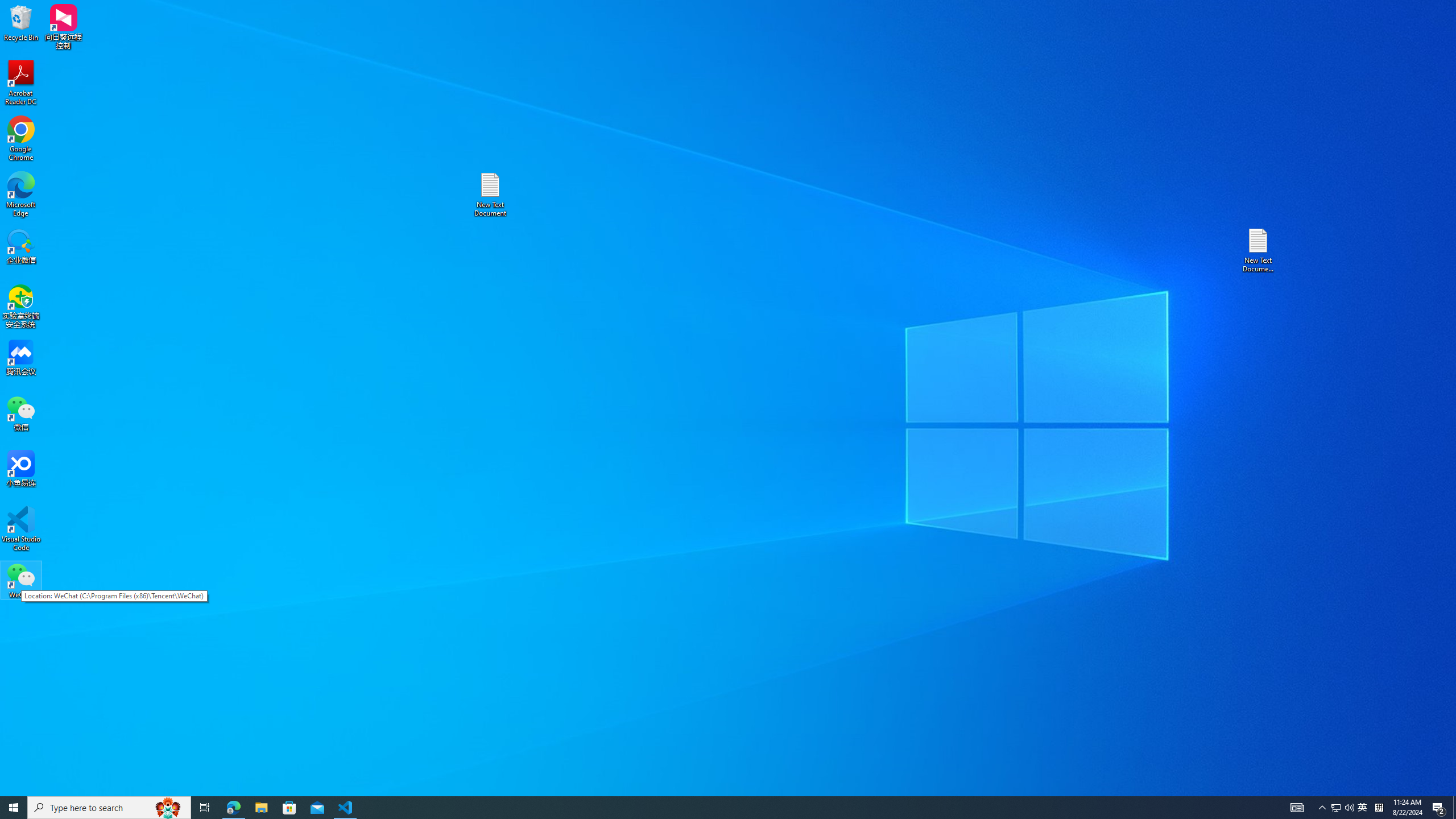 This screenshot has height=819, width=1456. I want to click on 'Search highlights icon opens search home window', so click(167, 806).